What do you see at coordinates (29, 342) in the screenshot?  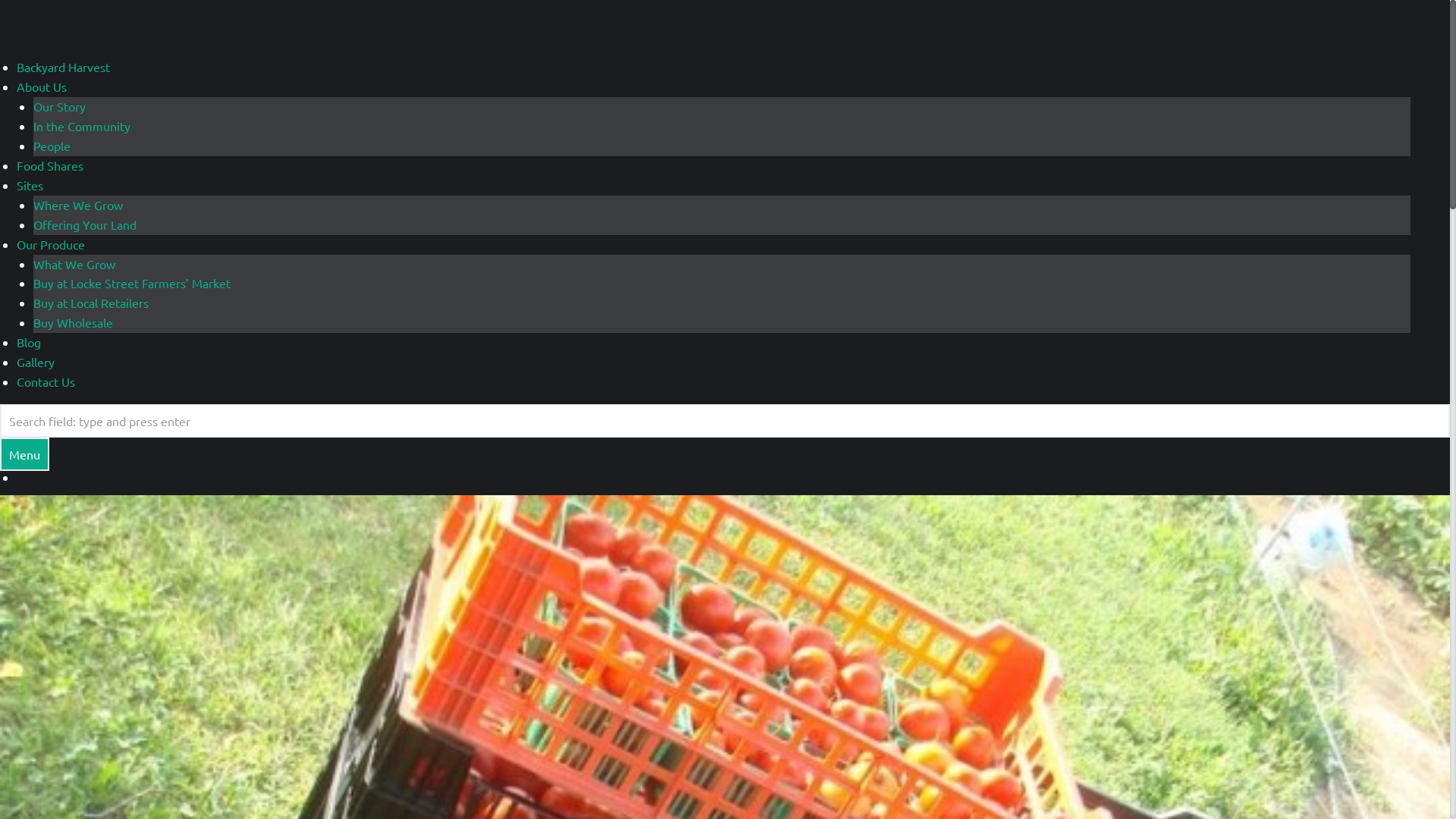 I see `'Blog'` at bounding box center [29, 342].